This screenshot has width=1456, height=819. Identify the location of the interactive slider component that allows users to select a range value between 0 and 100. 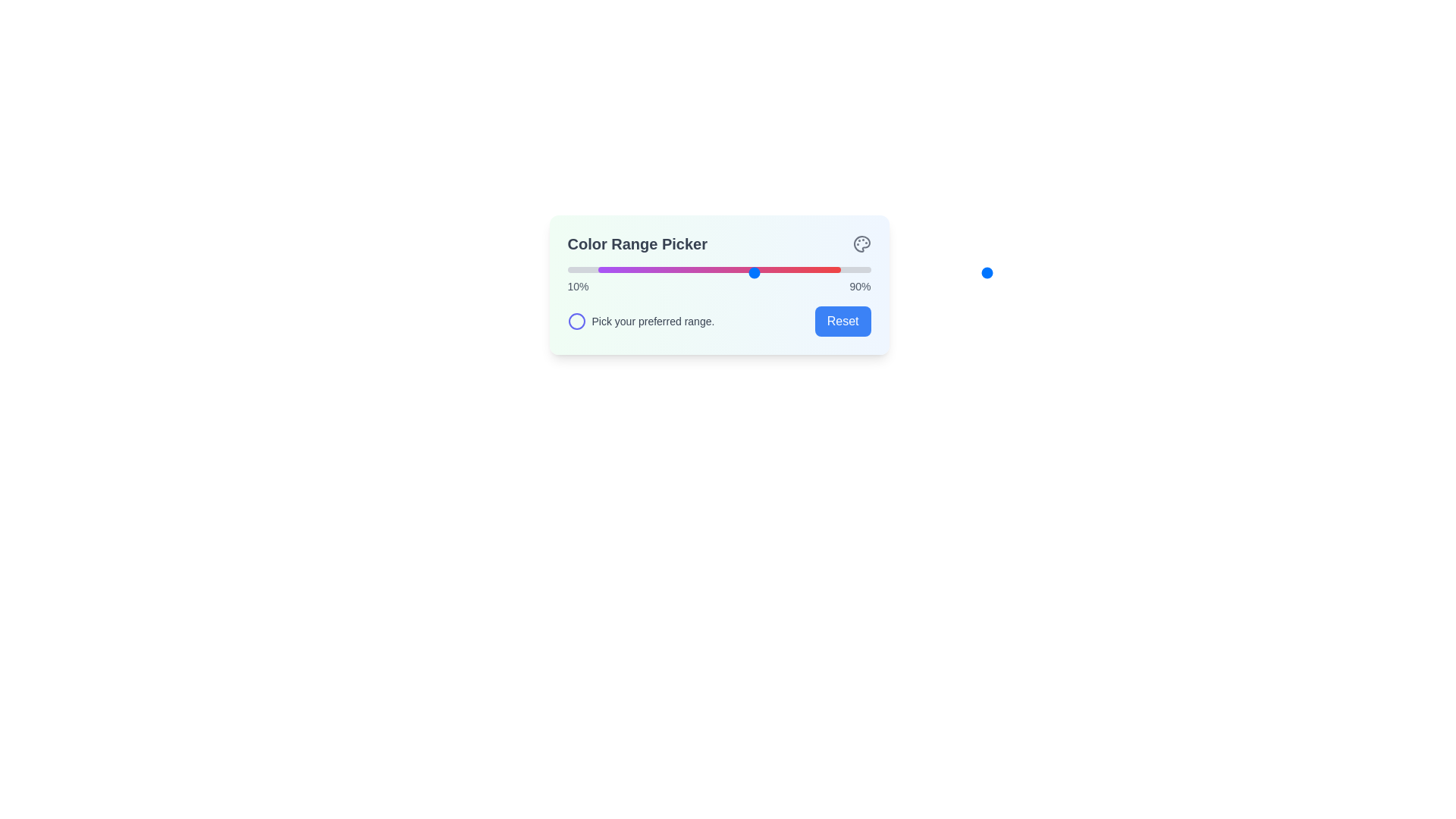
(871, 271).